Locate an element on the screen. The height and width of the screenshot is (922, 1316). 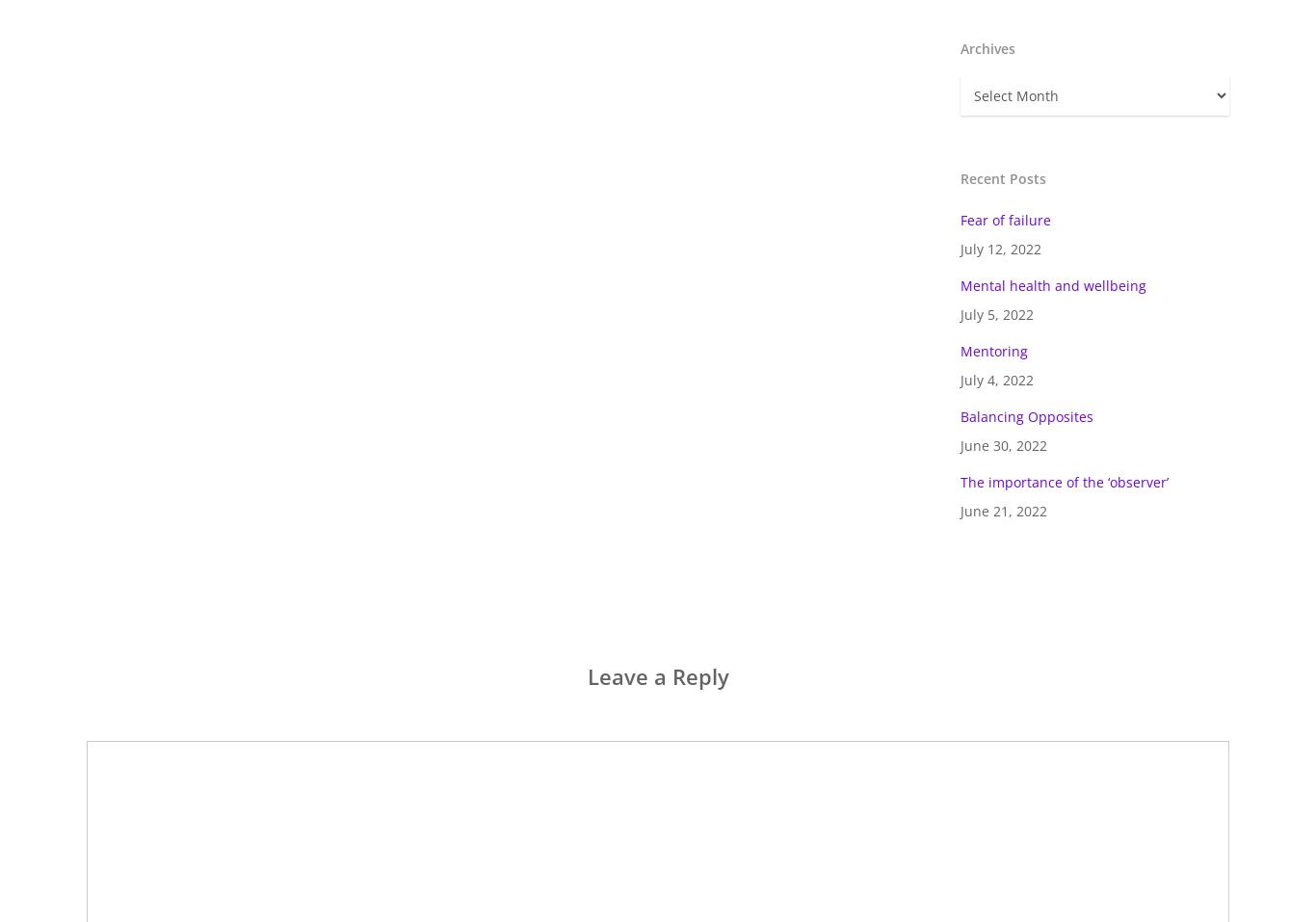
'The importance of the ‘observer’' is located at coordinates (1063, 482).